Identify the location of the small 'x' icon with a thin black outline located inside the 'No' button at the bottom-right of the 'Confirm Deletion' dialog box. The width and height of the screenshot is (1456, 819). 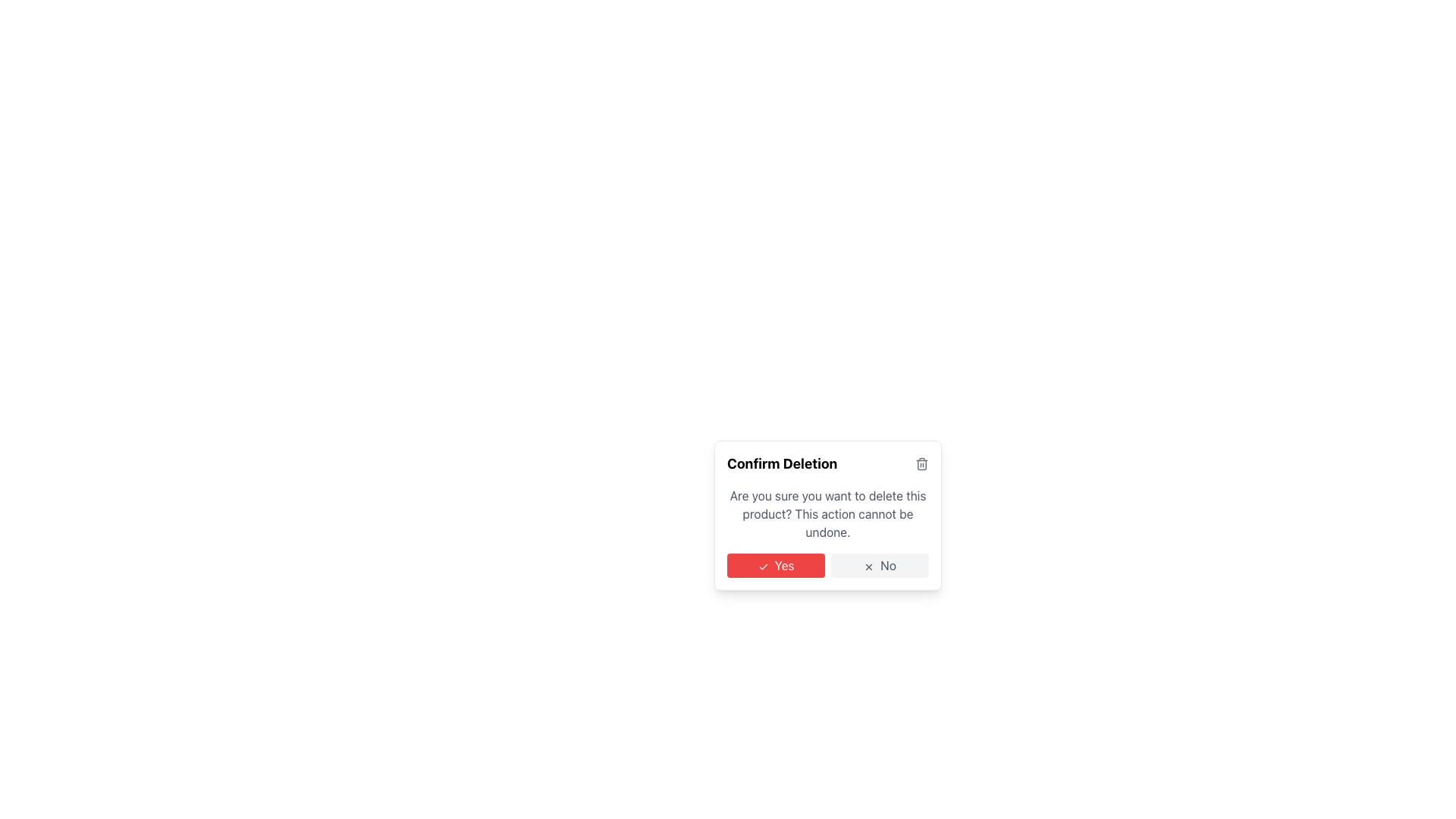
(869, 566).